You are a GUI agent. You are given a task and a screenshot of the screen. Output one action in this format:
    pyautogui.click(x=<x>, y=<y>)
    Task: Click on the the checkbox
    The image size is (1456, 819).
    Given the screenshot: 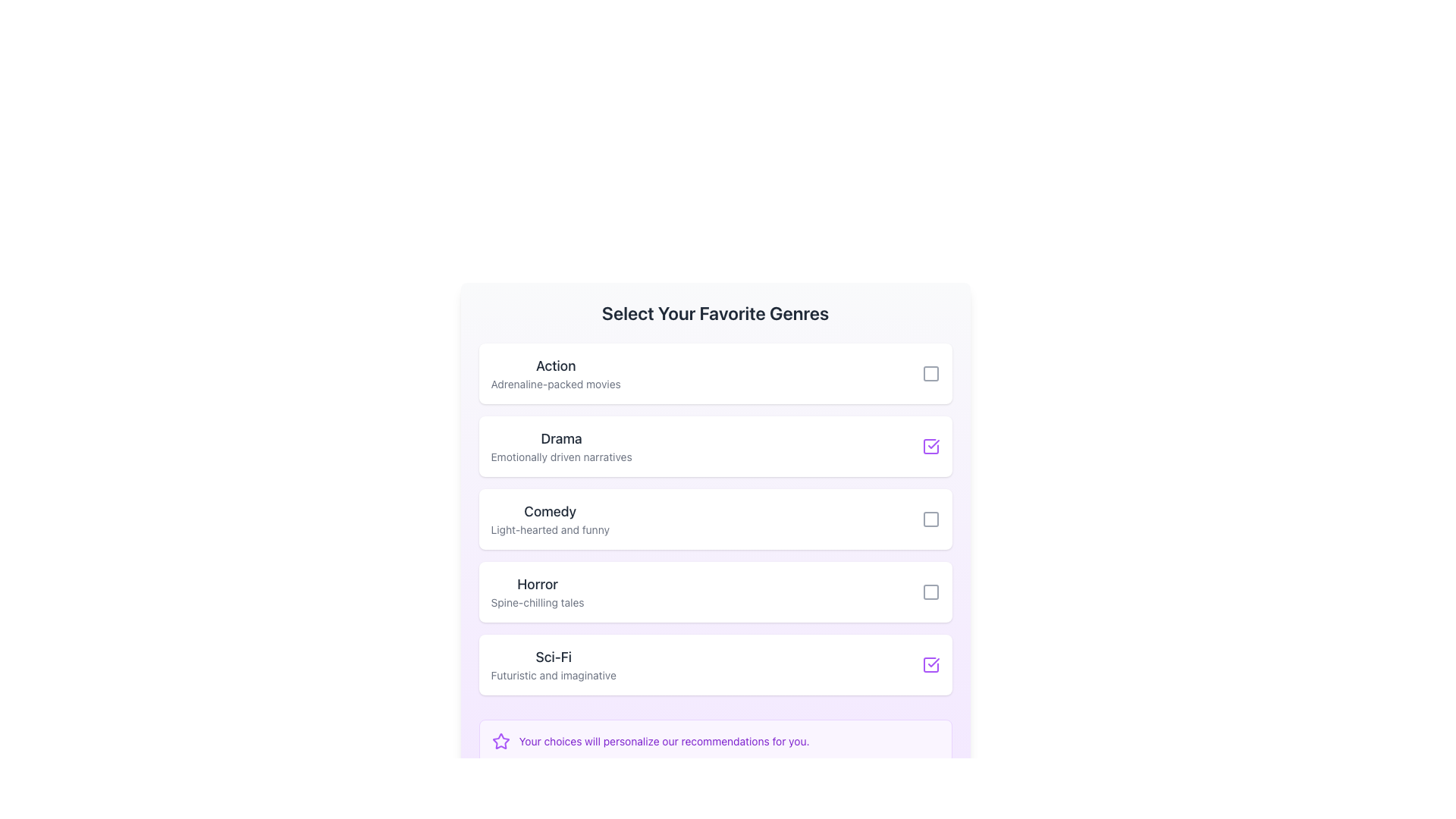 What is the action you would take?
    pyautogui.click(x=930, y=591)
    